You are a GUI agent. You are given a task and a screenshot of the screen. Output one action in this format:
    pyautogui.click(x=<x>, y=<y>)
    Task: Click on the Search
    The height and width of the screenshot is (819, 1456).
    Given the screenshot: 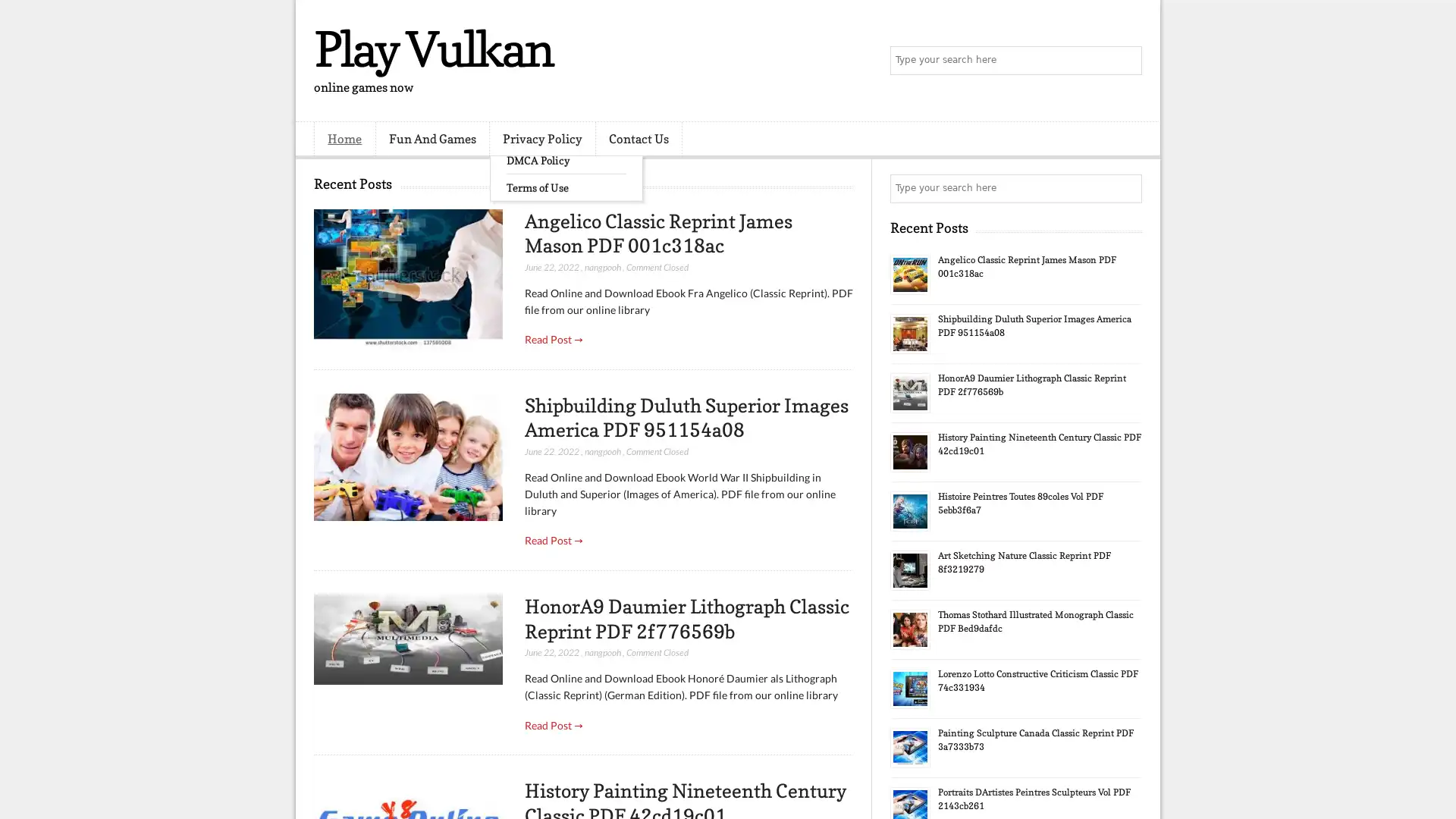 What is the action you would take?
    pyautogui.click(x=1126, y=188)
    